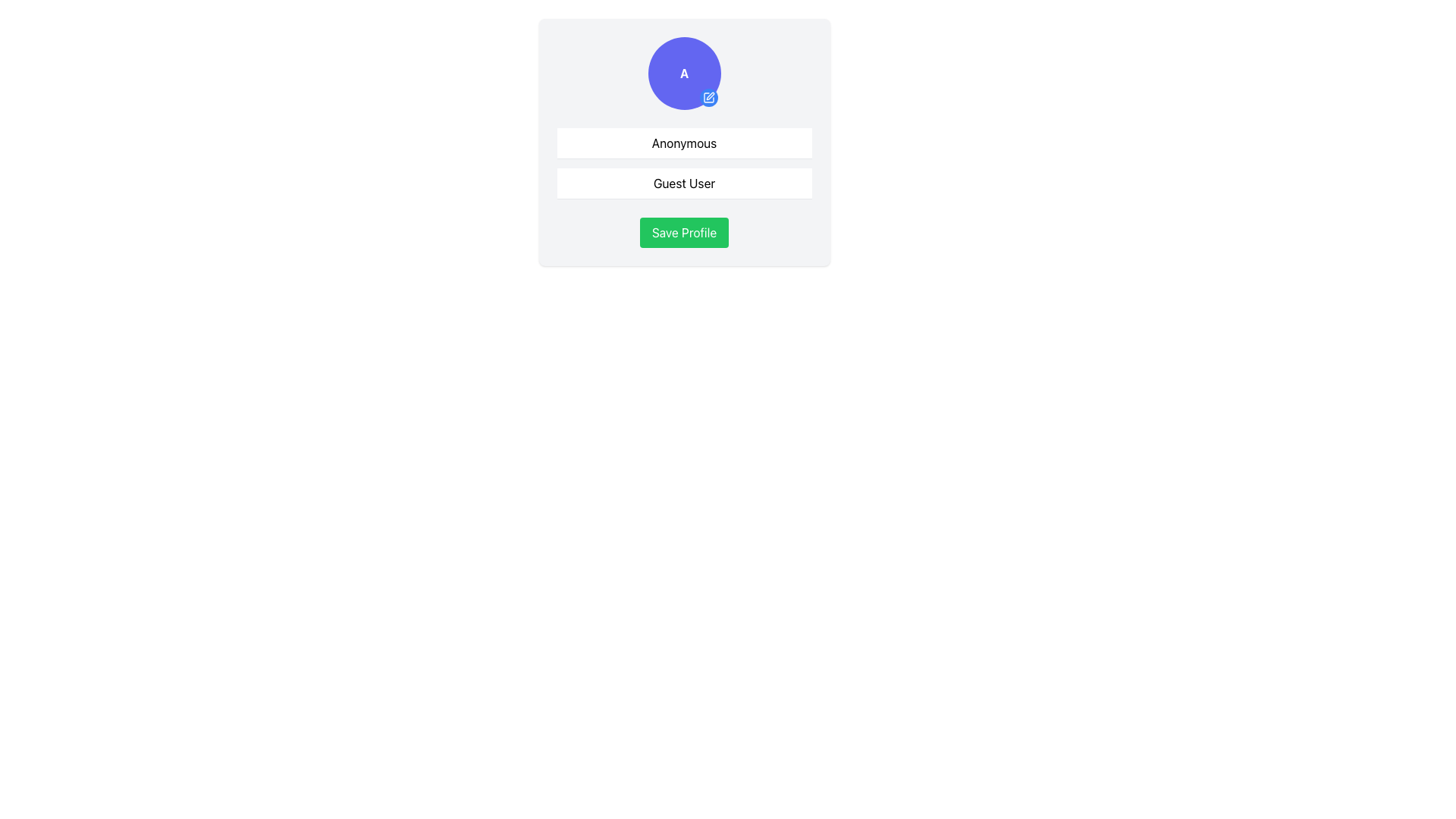  Describe the element at coordinates (683, 73) in the screenshot. I see `the Avatar display or profile picture placeholder located at the center top of the interface, above the 'Anonymous' and 'Guest User' input fields and the 'Save Profile' button` at that location.